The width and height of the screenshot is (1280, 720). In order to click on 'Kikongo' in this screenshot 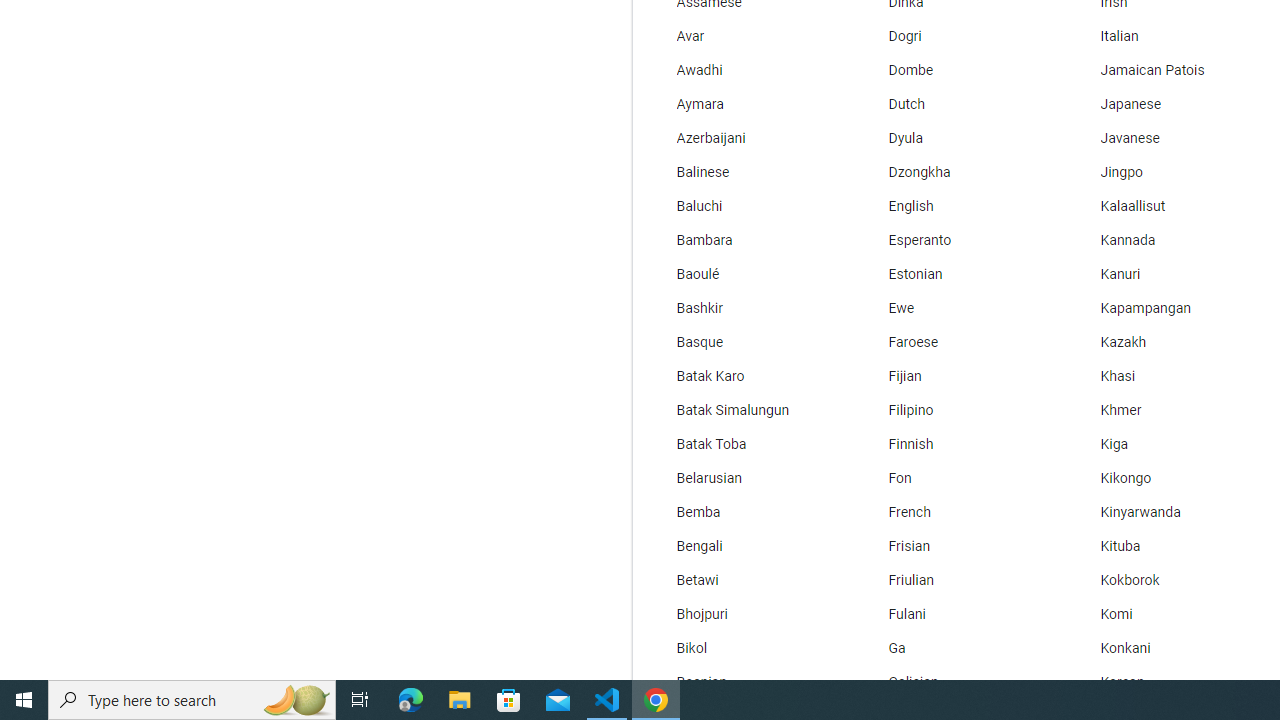, I will do `click(1169, 479)`.